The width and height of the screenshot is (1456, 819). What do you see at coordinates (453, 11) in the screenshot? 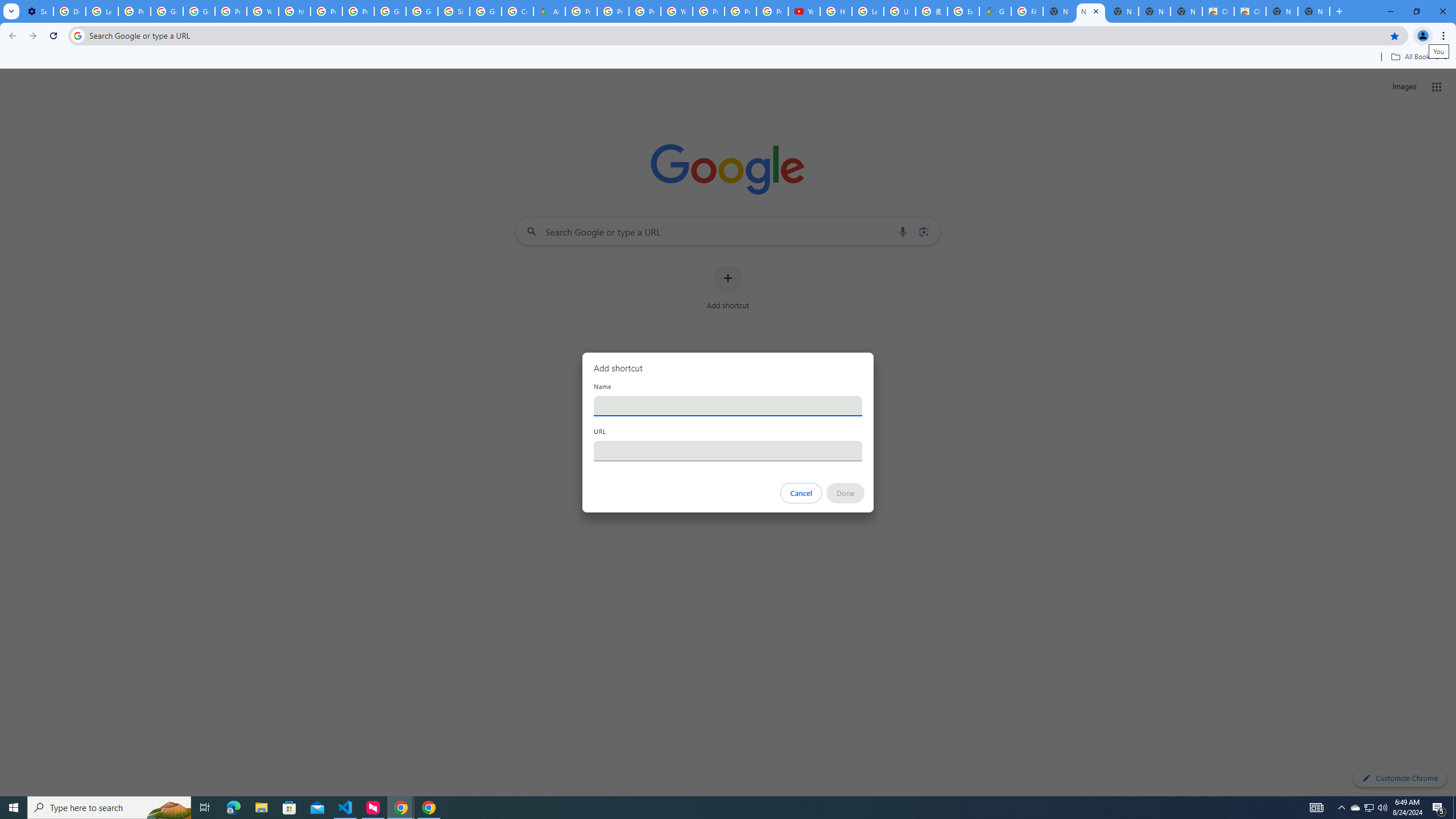
I see `'Sign in - Google Accounts'` at bounding box center [453, 11].